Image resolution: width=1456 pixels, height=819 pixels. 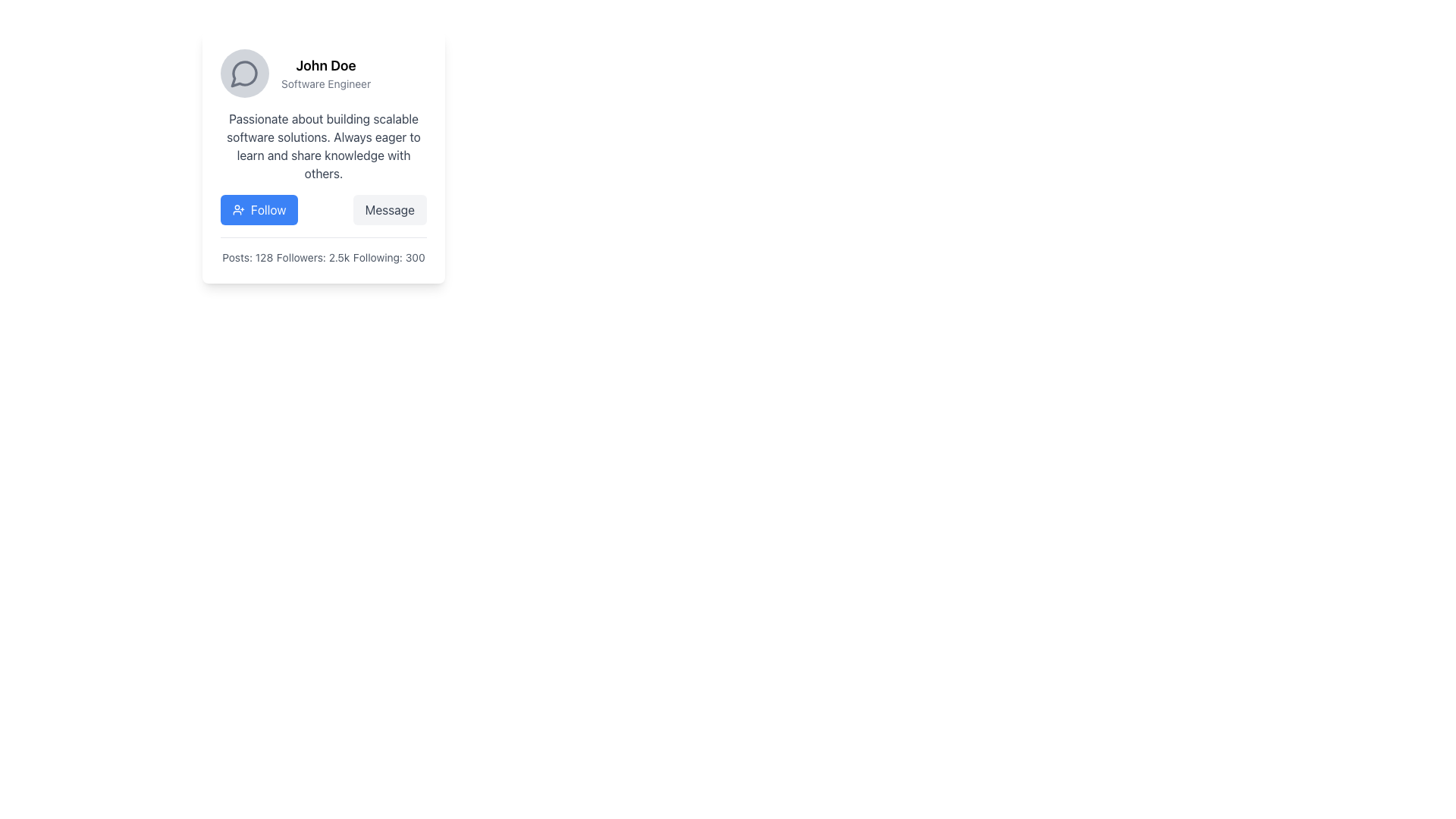 I want to click on the text label displaying 'Software Engineer' which is located beneath the 'John Doe' text in a card layout, so click(x=325, y=84).